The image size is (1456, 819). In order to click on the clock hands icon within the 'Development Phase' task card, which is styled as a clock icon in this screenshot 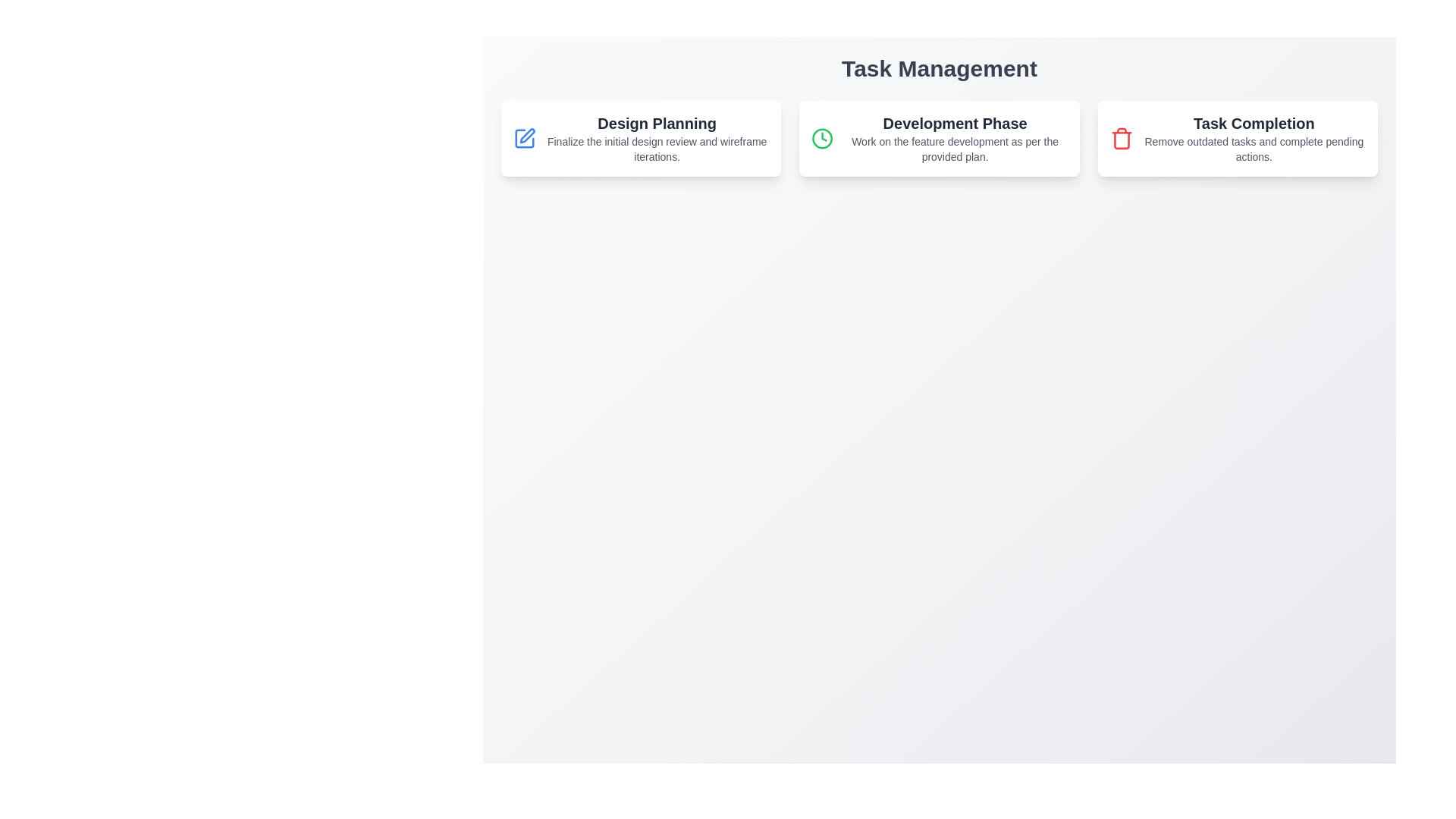, I will do `click(824, 136)`.